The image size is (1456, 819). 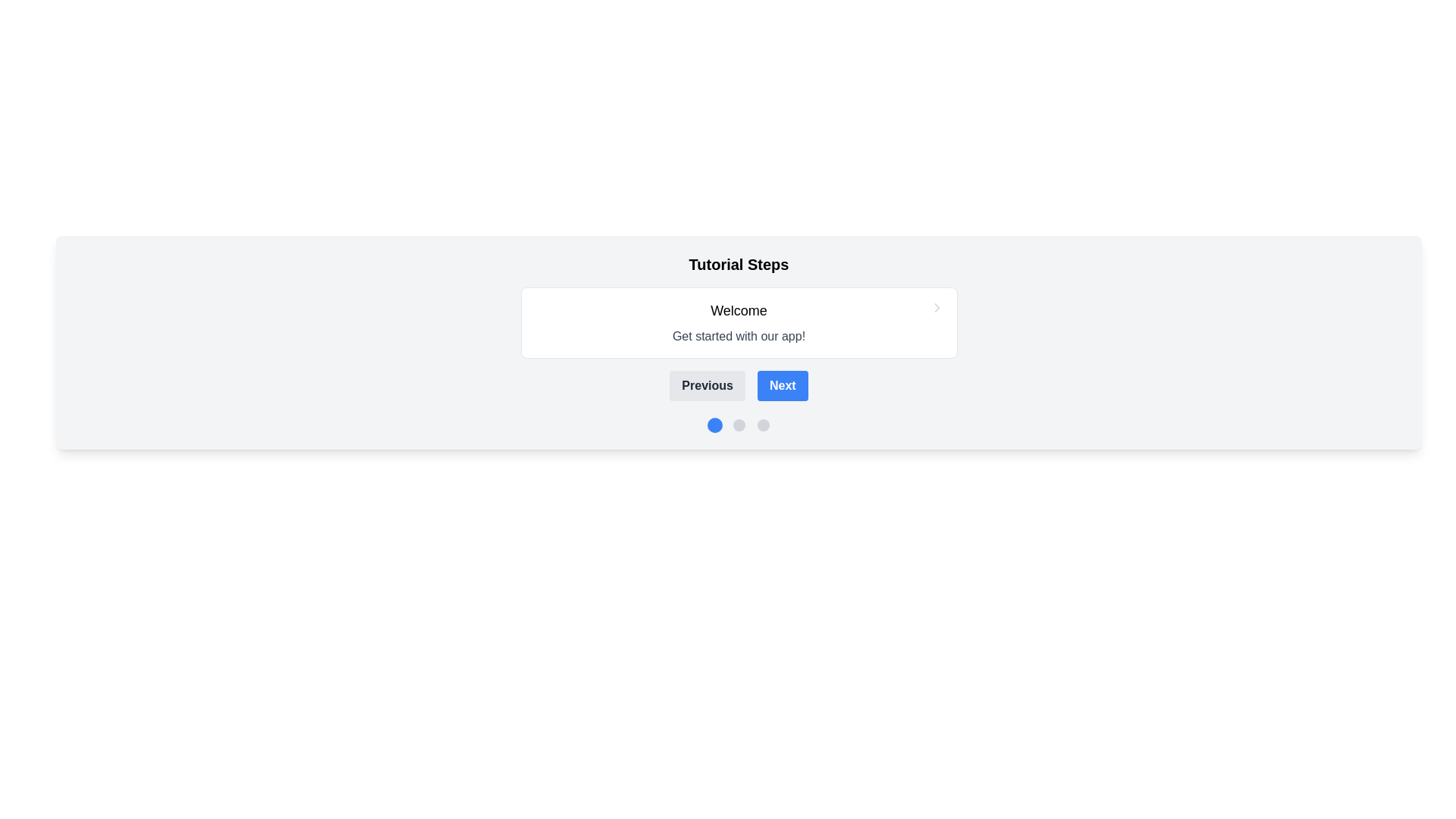 I want to click on the second circle button under 'Tutorial Steps', so click(x=739, y=425).